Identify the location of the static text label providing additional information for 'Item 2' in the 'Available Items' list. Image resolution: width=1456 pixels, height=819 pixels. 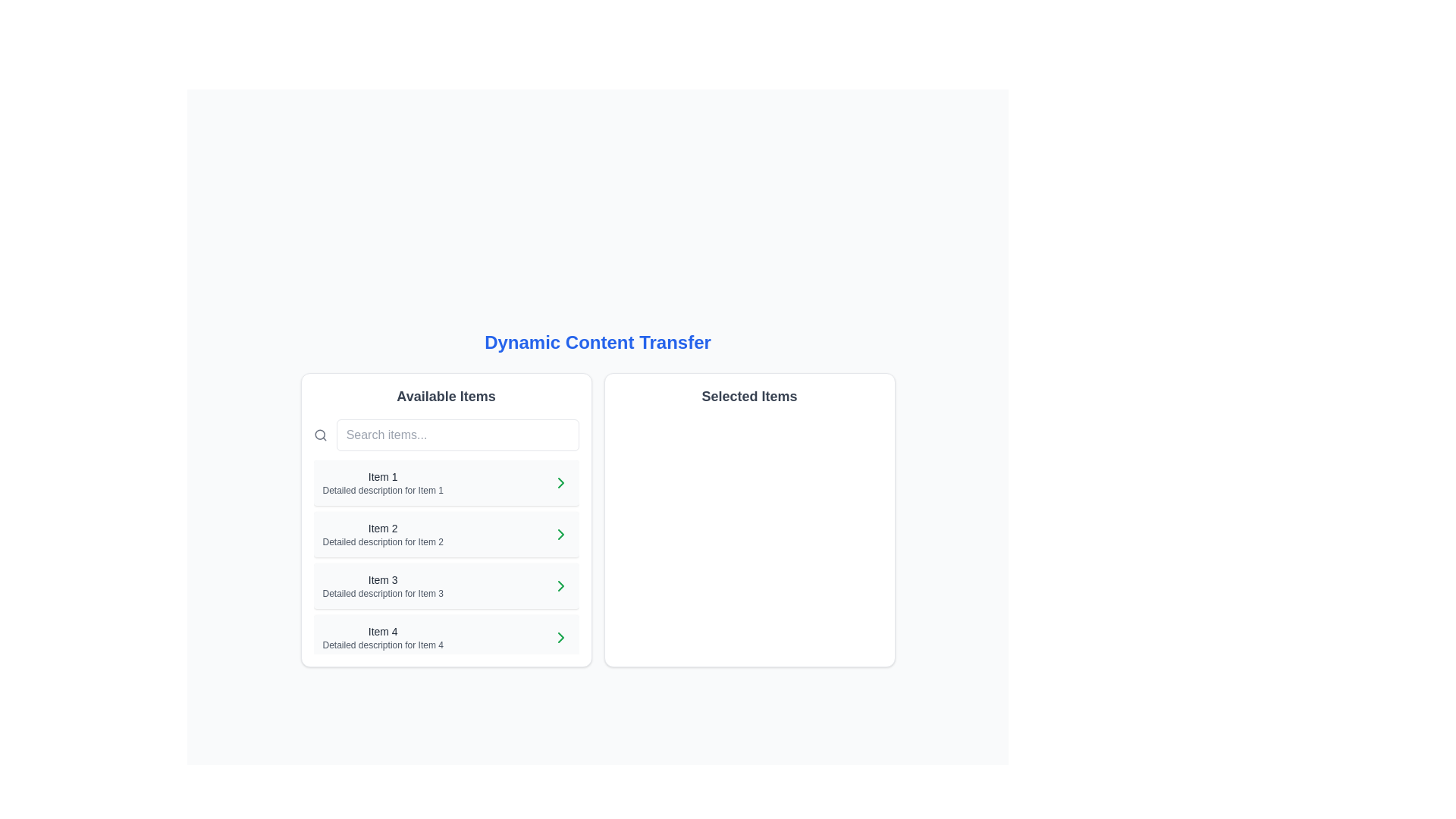
(383, 541).